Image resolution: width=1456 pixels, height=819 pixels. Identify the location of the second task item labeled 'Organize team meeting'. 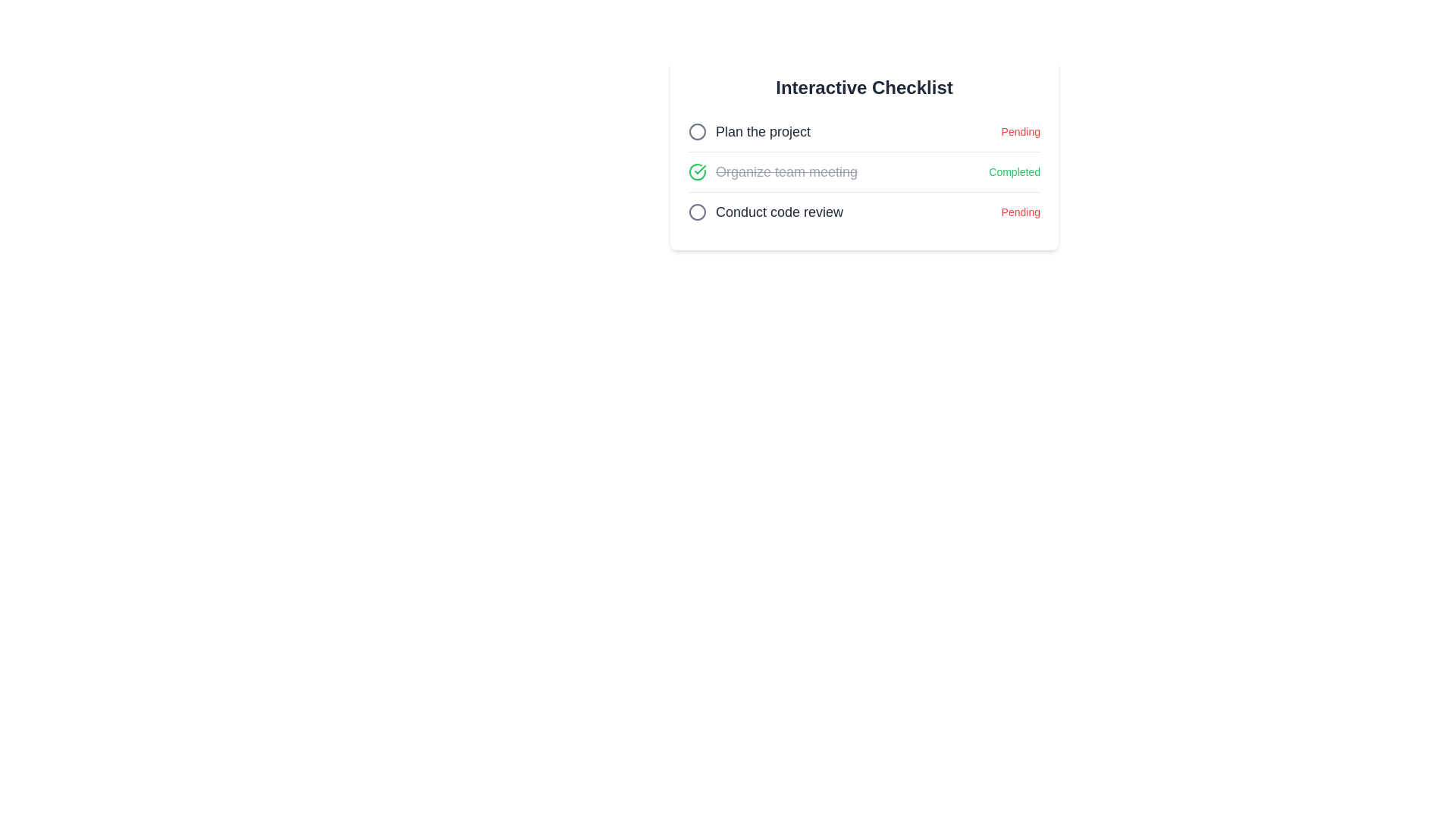
(864, 171).